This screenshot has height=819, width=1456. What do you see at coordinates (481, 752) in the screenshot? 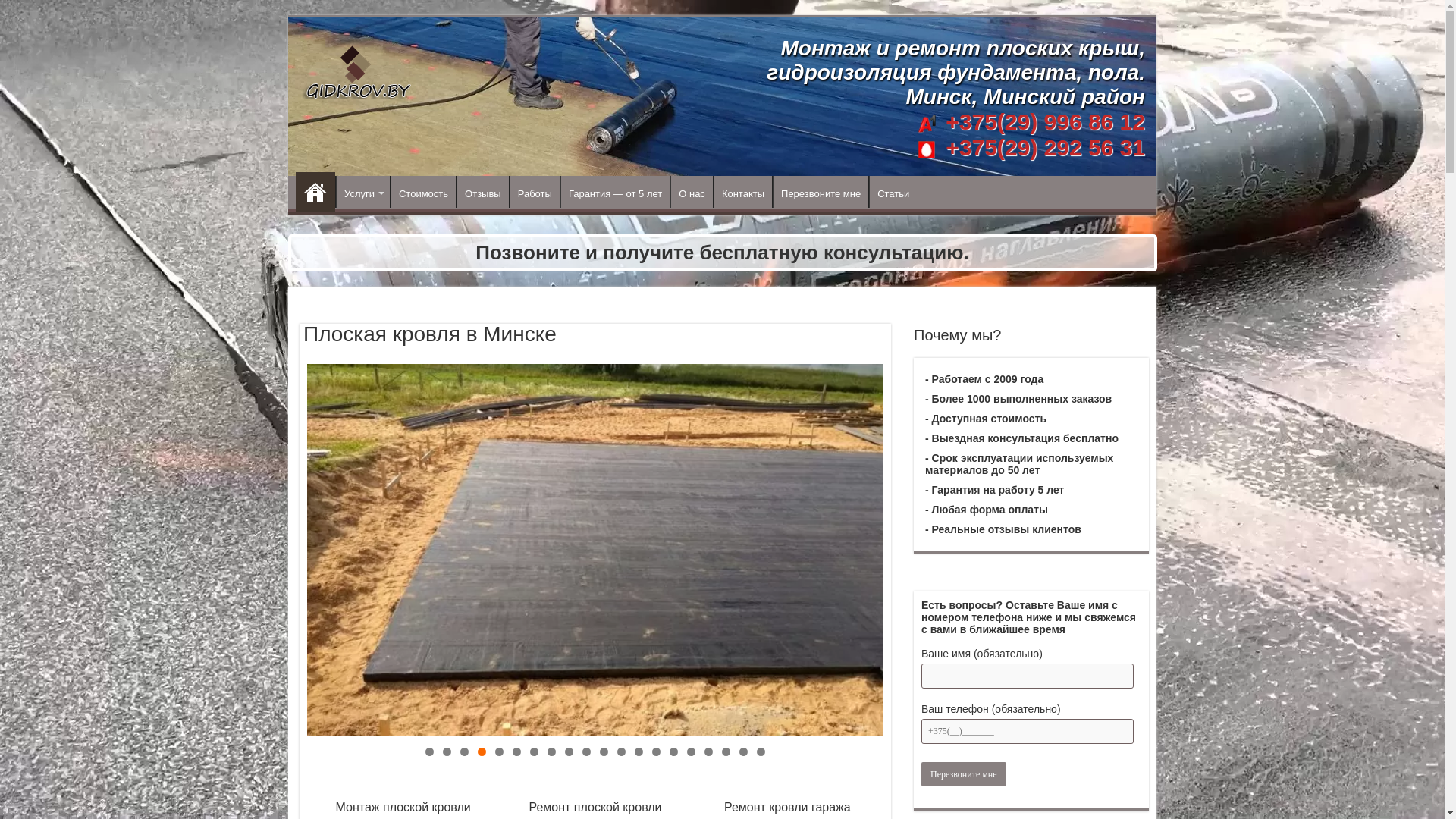
I see `'4'` at bounding box center [481, 752].